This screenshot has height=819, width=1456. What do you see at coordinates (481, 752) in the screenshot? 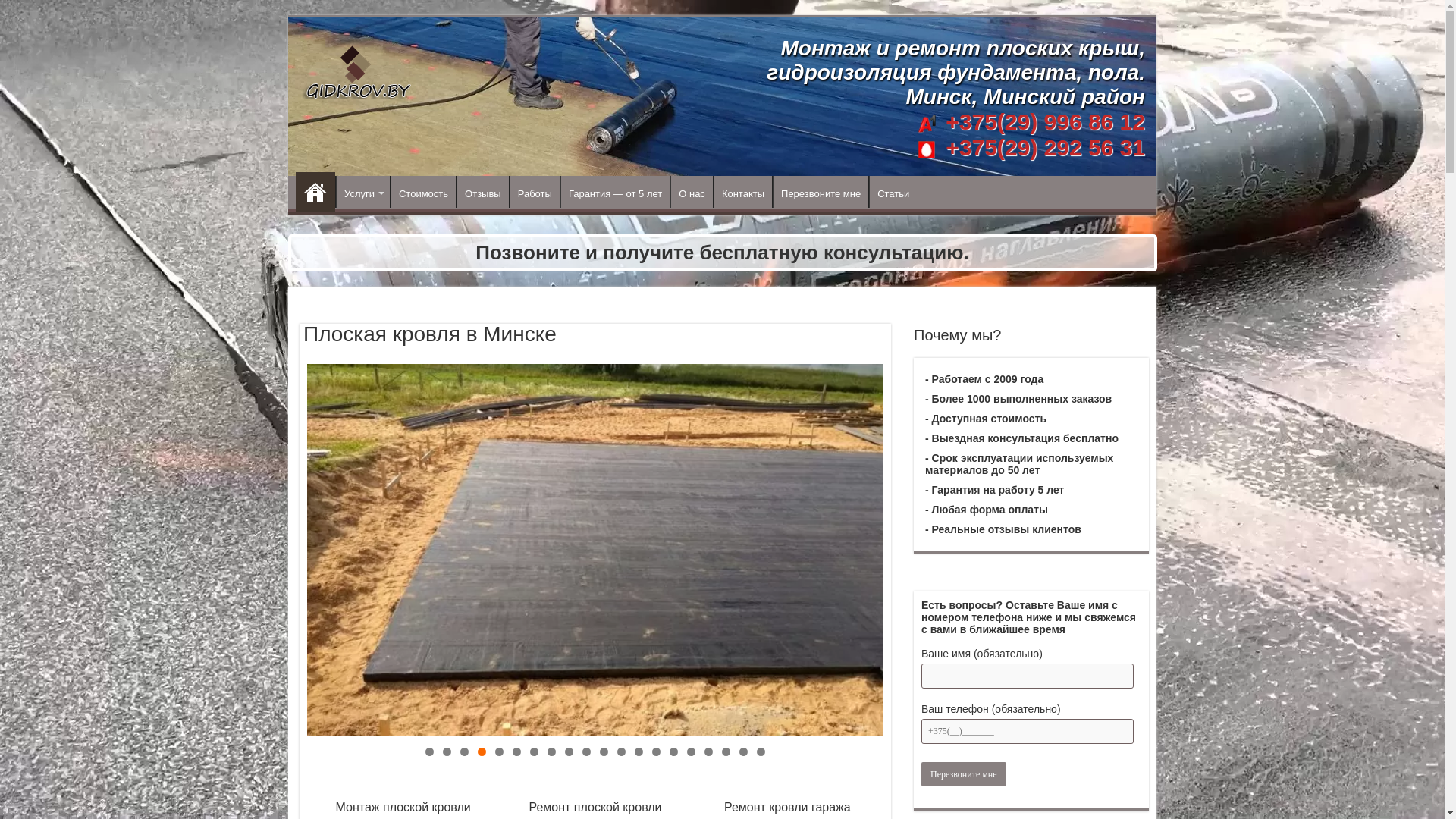
I see `'4'` at bounding box center [481, 752].